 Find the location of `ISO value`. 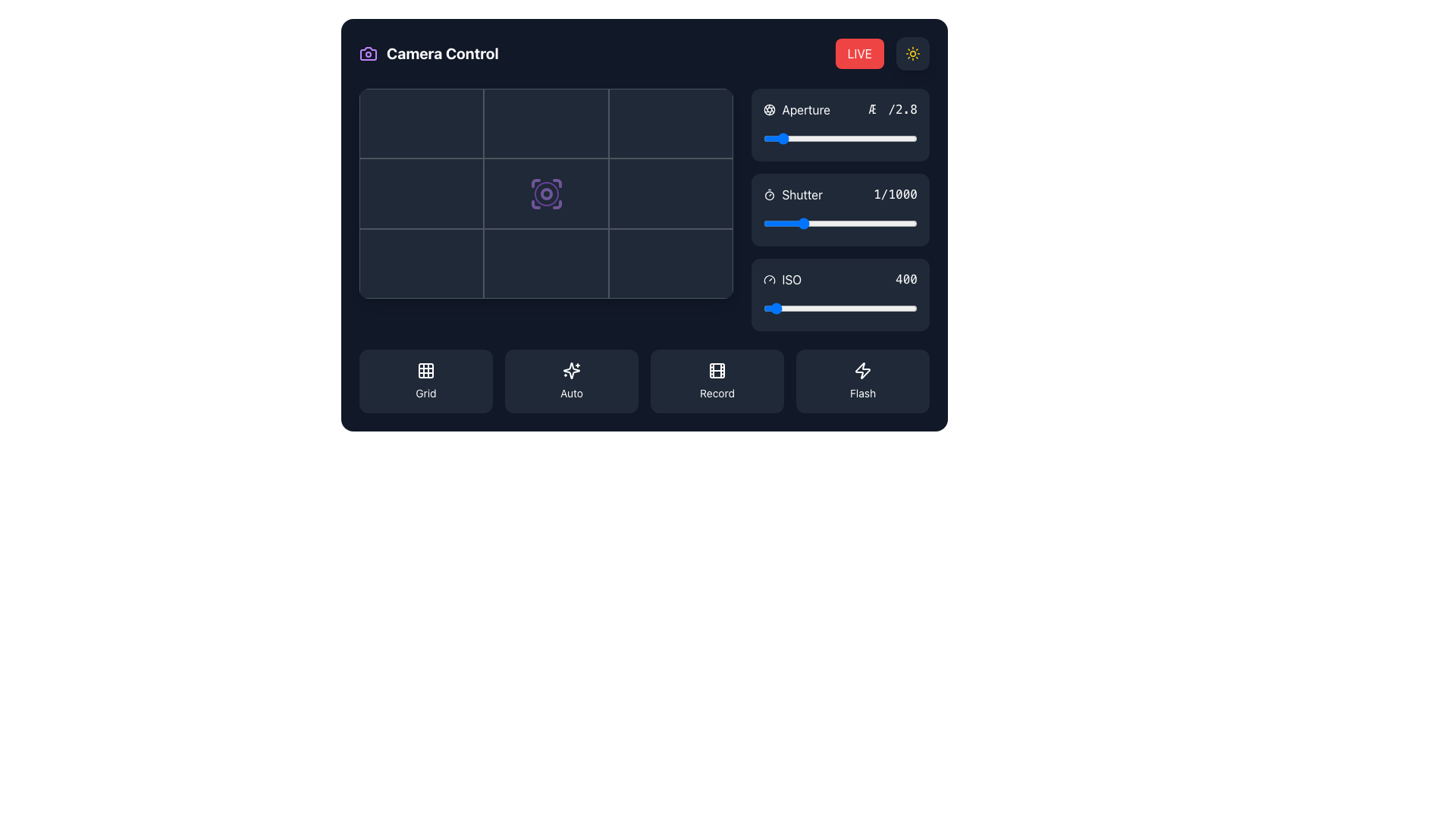

ISO value is located at coordinates (810, 308).